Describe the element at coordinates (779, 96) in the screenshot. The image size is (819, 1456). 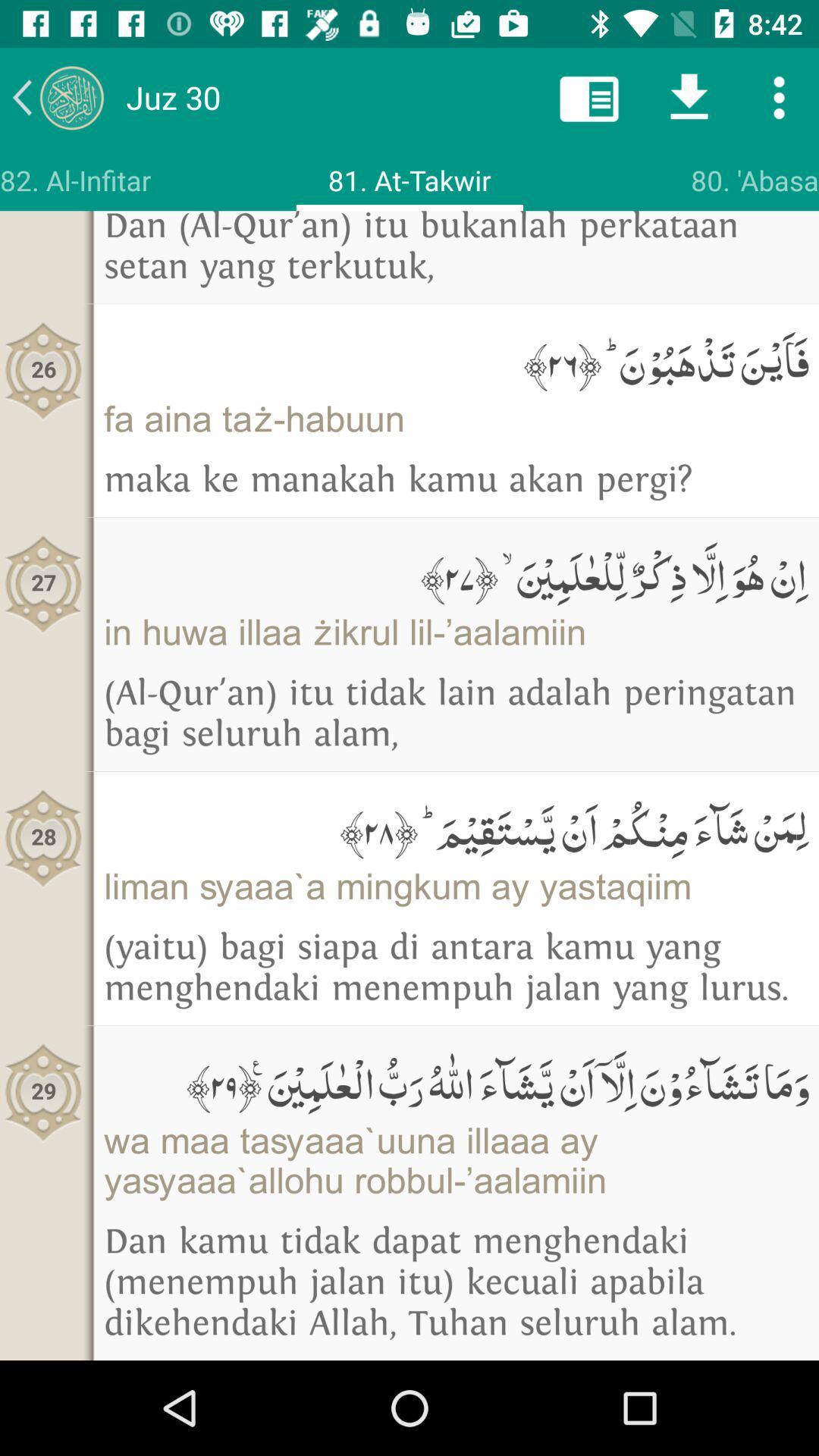
I see `open option menu` at that location.